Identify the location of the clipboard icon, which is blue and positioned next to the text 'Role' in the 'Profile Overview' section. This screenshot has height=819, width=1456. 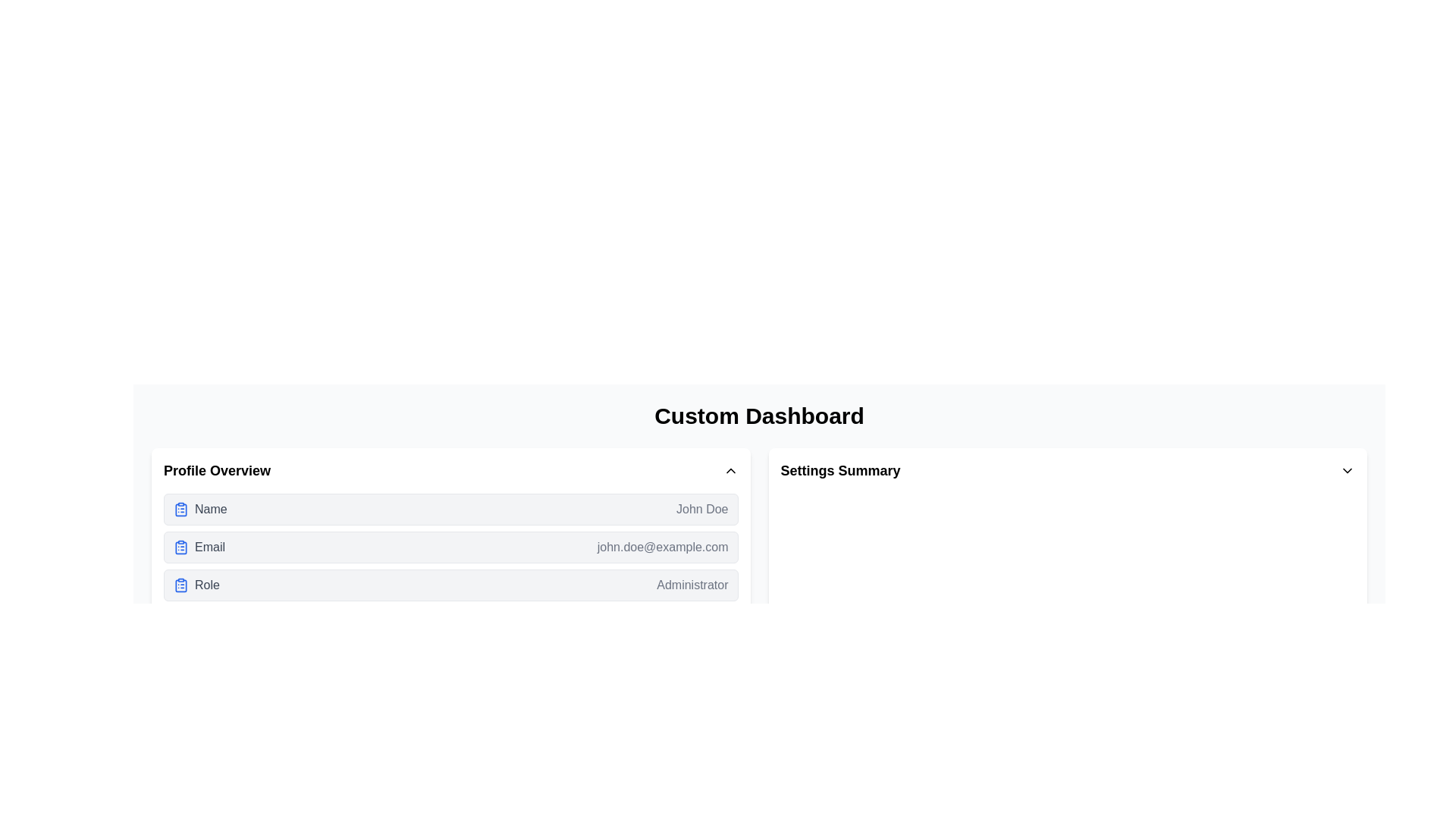
(181, 584).